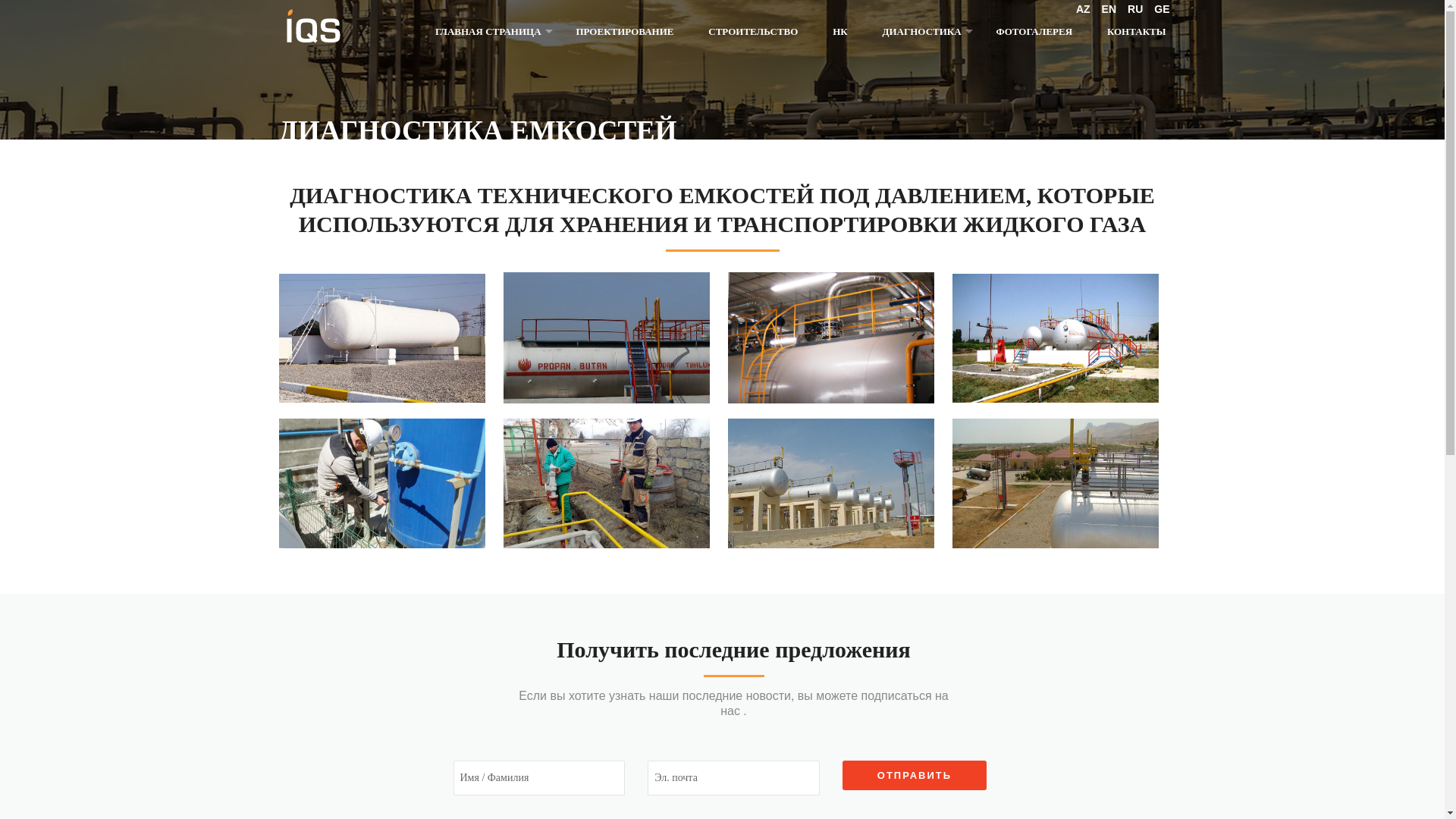 This screenshot has height=819, width=1456. Describe the element at coordinates (1160, 8) in the screenshot. I see `'GE'` at that location.